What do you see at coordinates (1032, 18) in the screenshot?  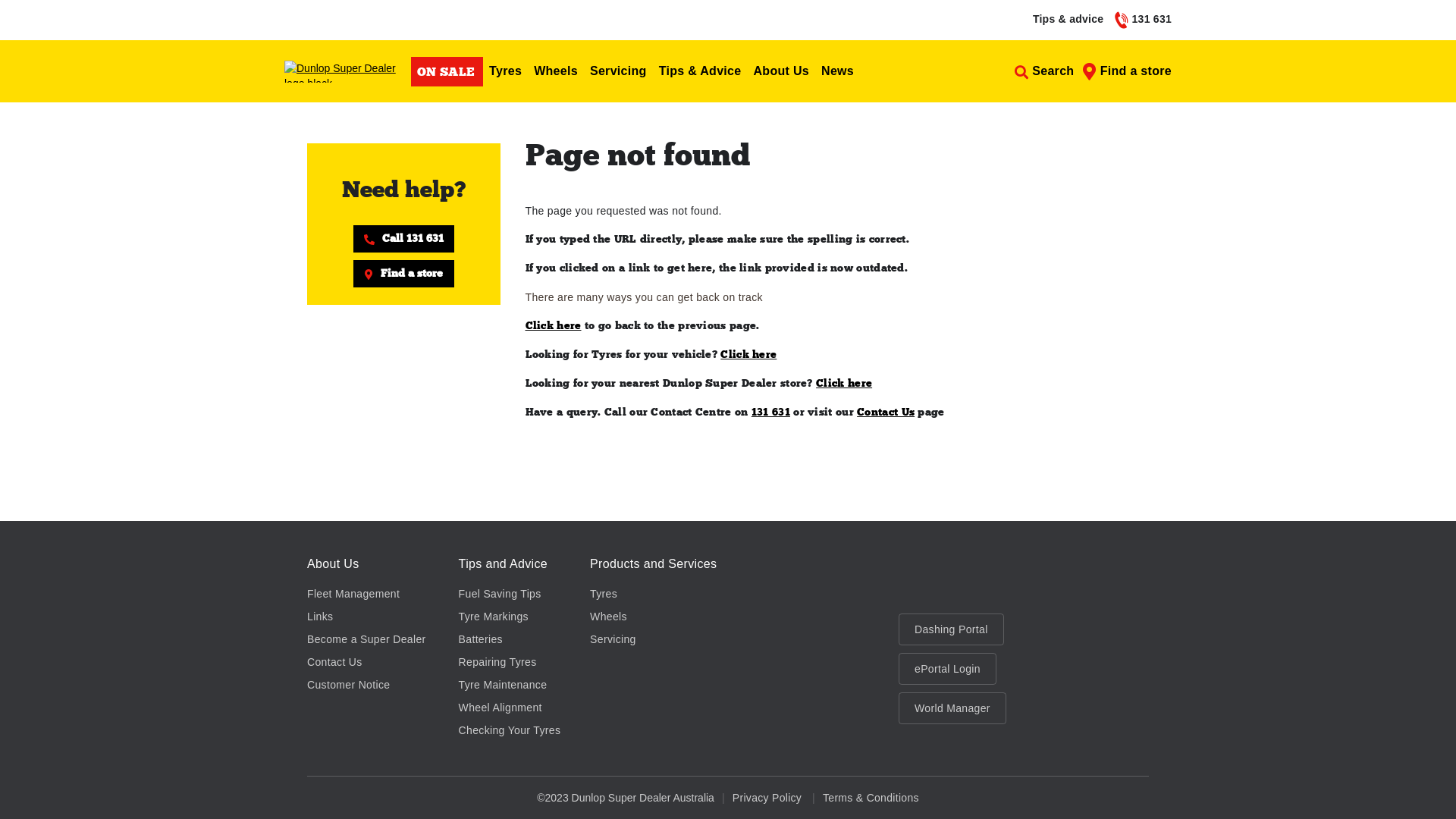 I see `'Tips & advice'` at bounding box center [1032, 18].